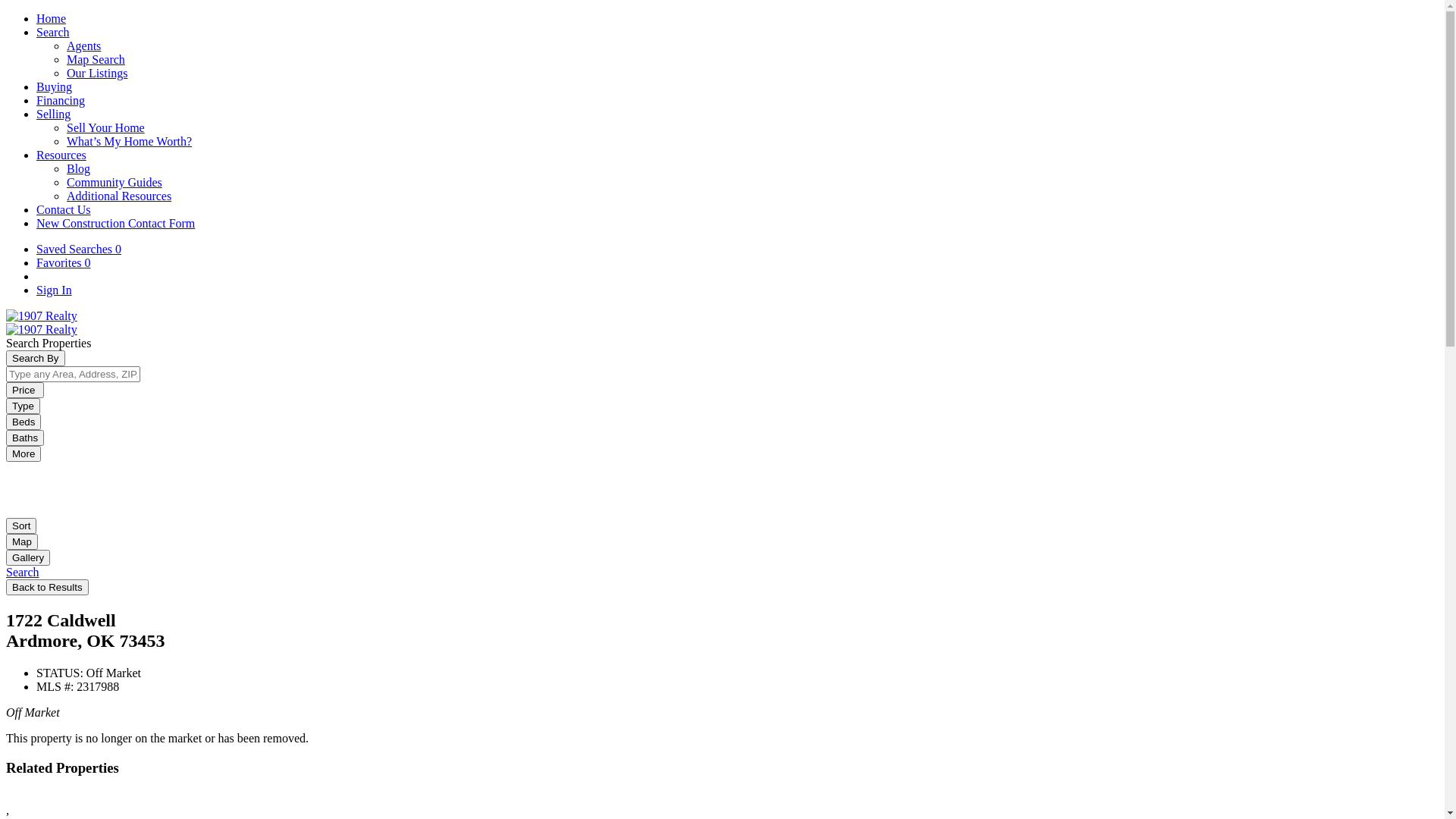 Image resolution: width=1456 pixels, height=819 pixels. Describe the element at coordinates (61, 100) in the screenshot. I see `'Financing'` at that location.